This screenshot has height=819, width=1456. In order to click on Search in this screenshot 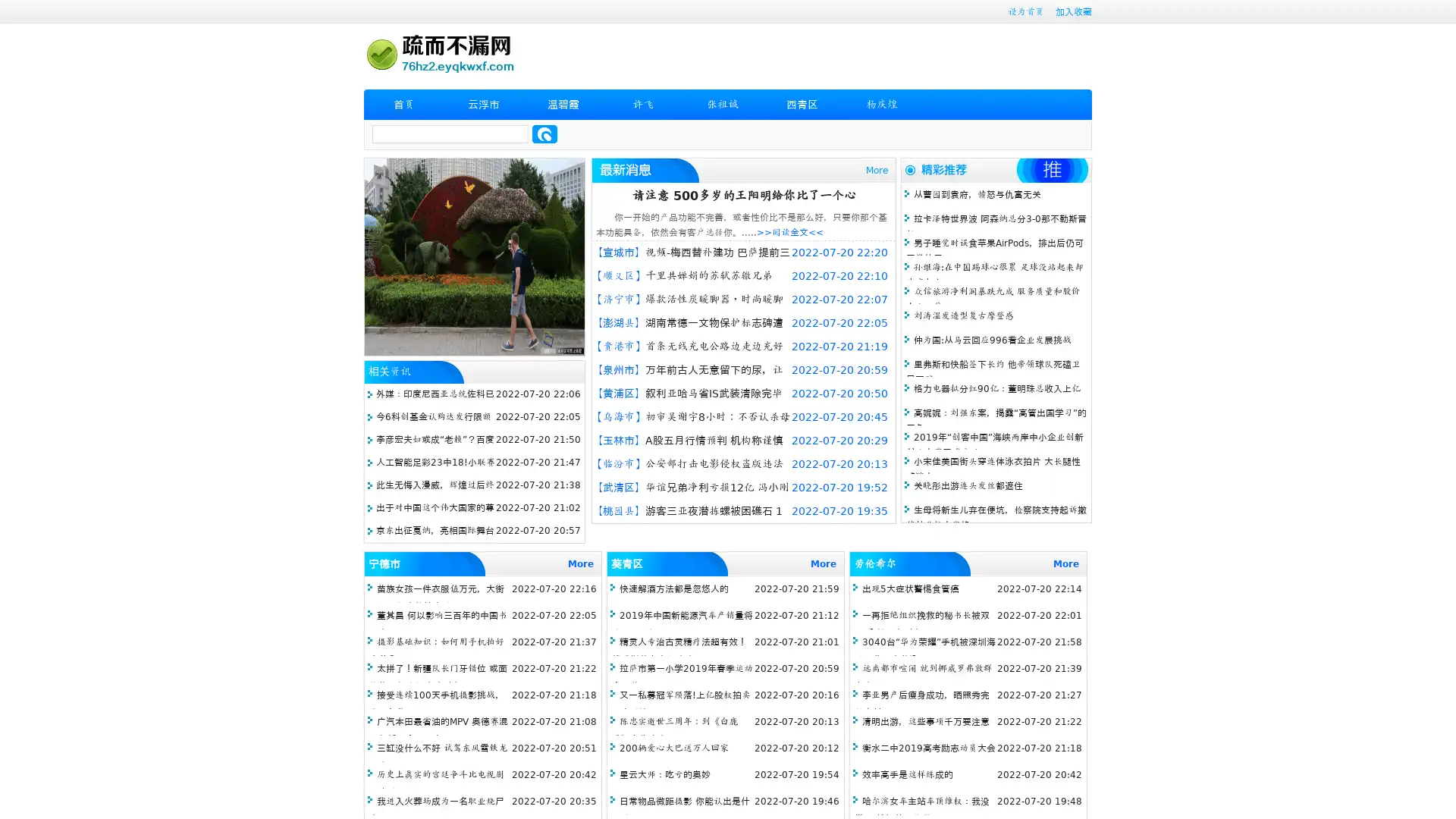, I will do `click(544, 133)`.